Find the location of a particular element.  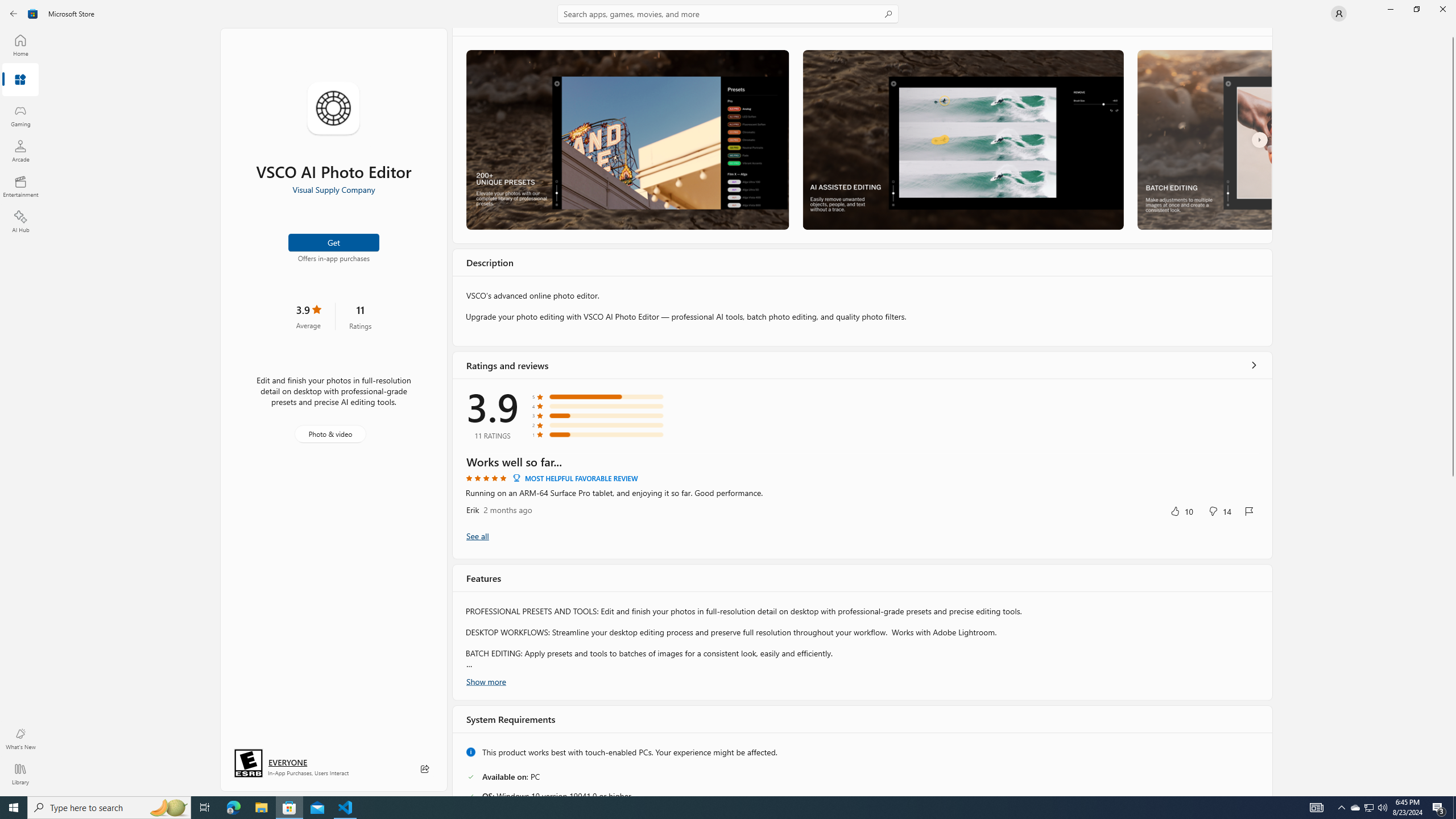

'User profile' is located at coordinates (1338, 13).